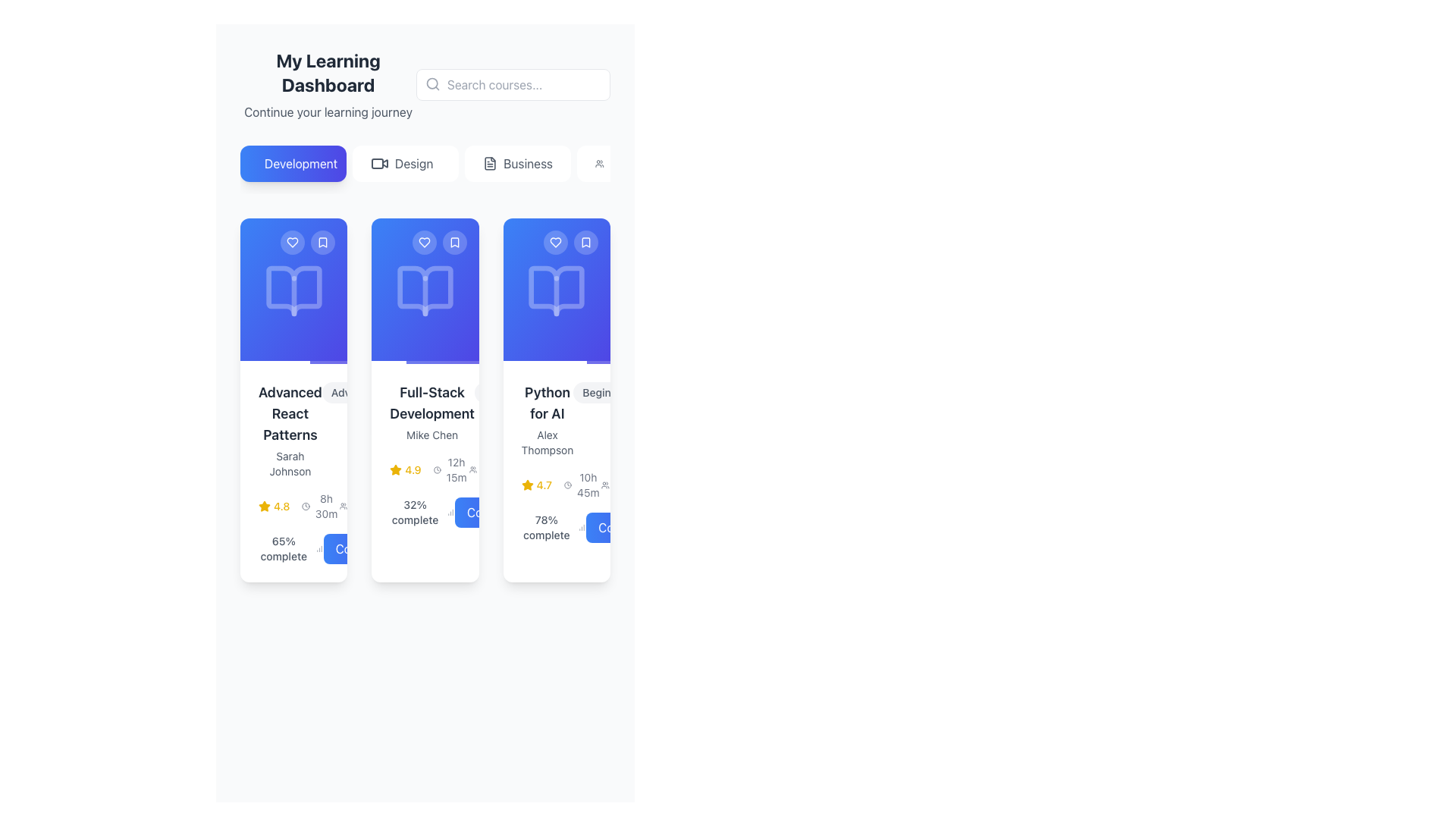  I want to click on text label that displays '65% complete' in gray color, located on the bottom-left of the first card, above a small chart icon and below the star rating information, to understand the completion percentage, so click(284, 549).